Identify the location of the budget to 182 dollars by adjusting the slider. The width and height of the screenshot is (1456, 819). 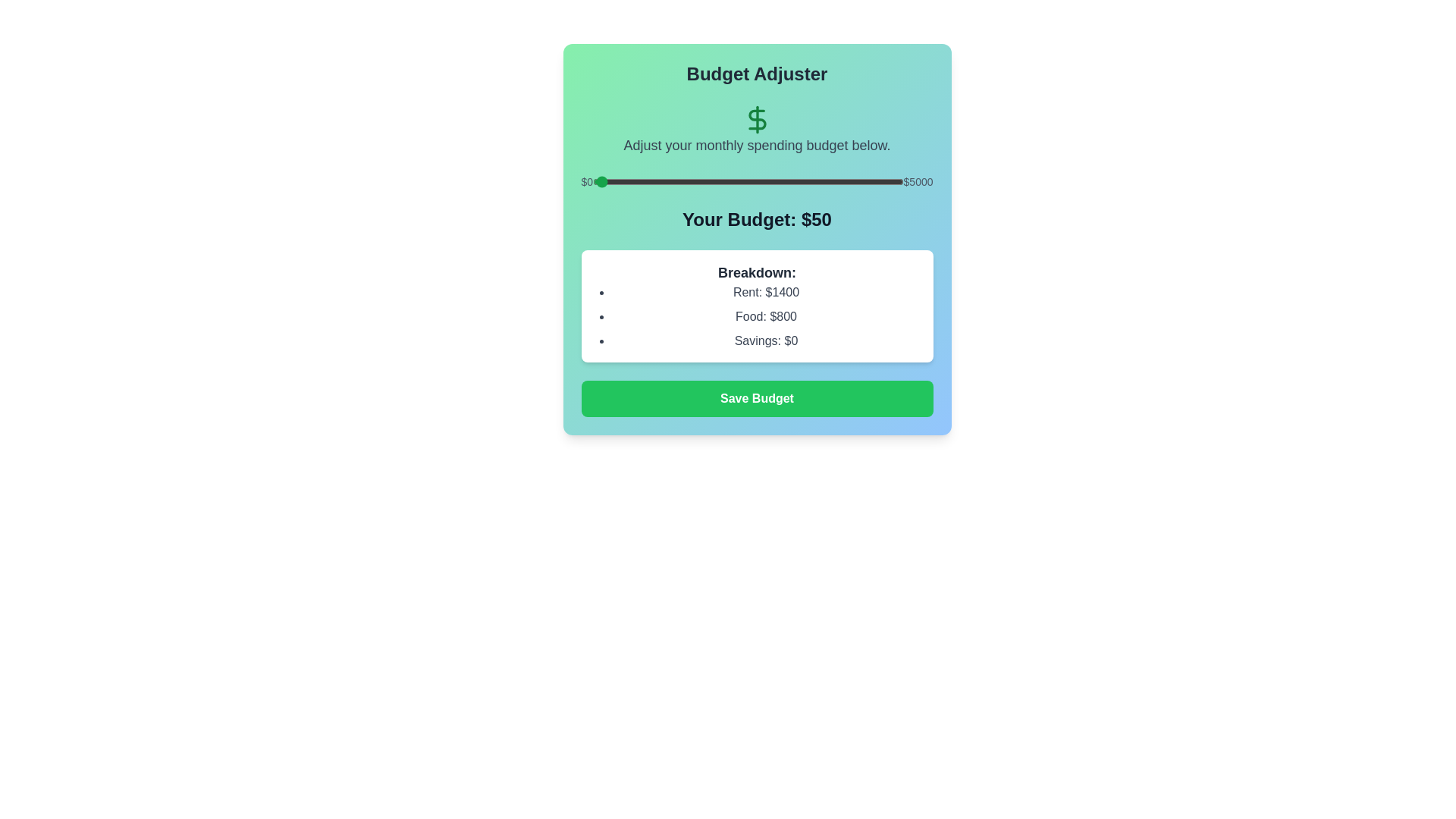
(603, 180).